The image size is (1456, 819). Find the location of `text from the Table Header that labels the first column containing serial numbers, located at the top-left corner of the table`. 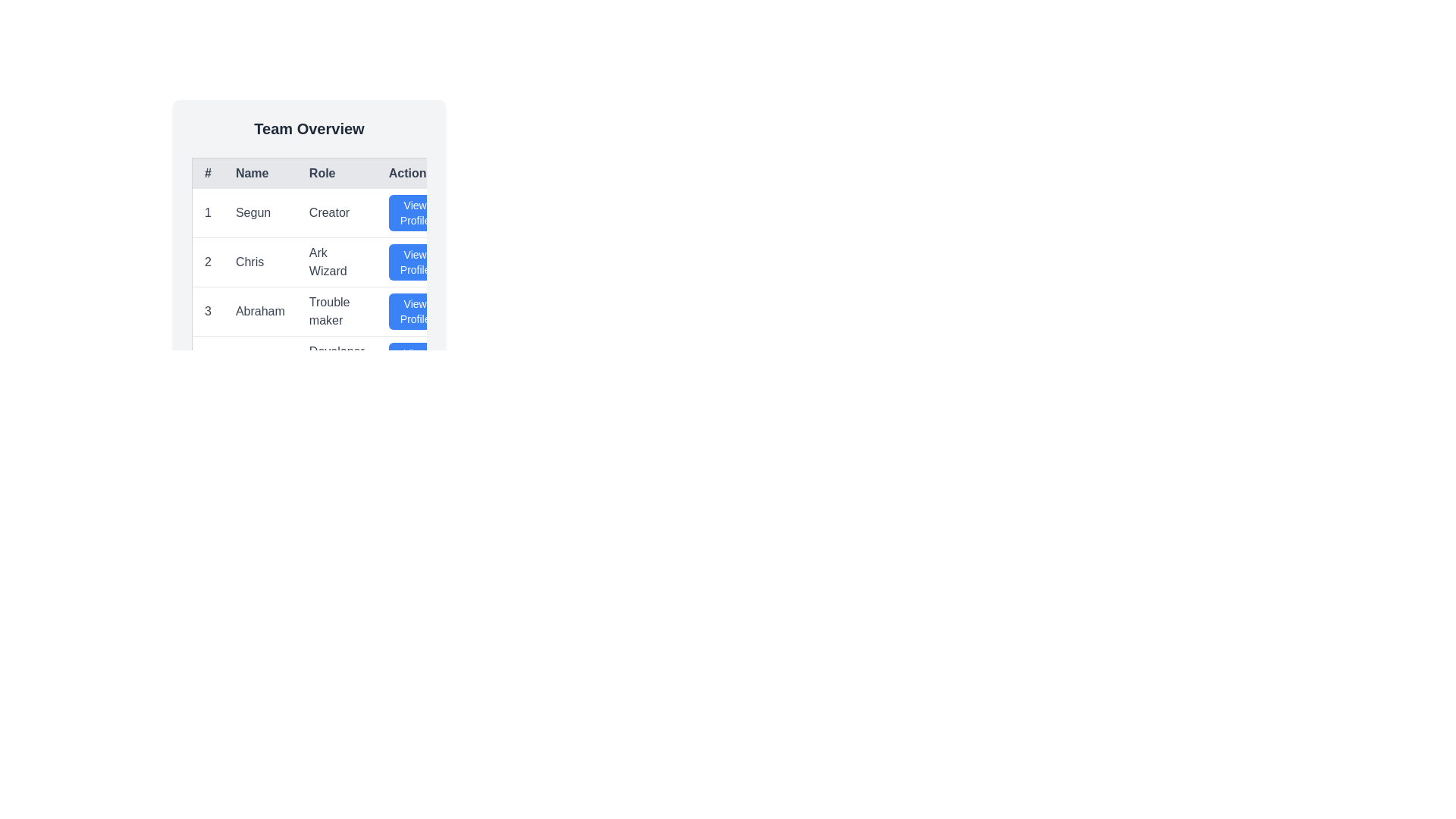

text from the Table Header that labels the first column containing serial numbers, located at the top-left corner of the table is located at coordinates (207, 172).